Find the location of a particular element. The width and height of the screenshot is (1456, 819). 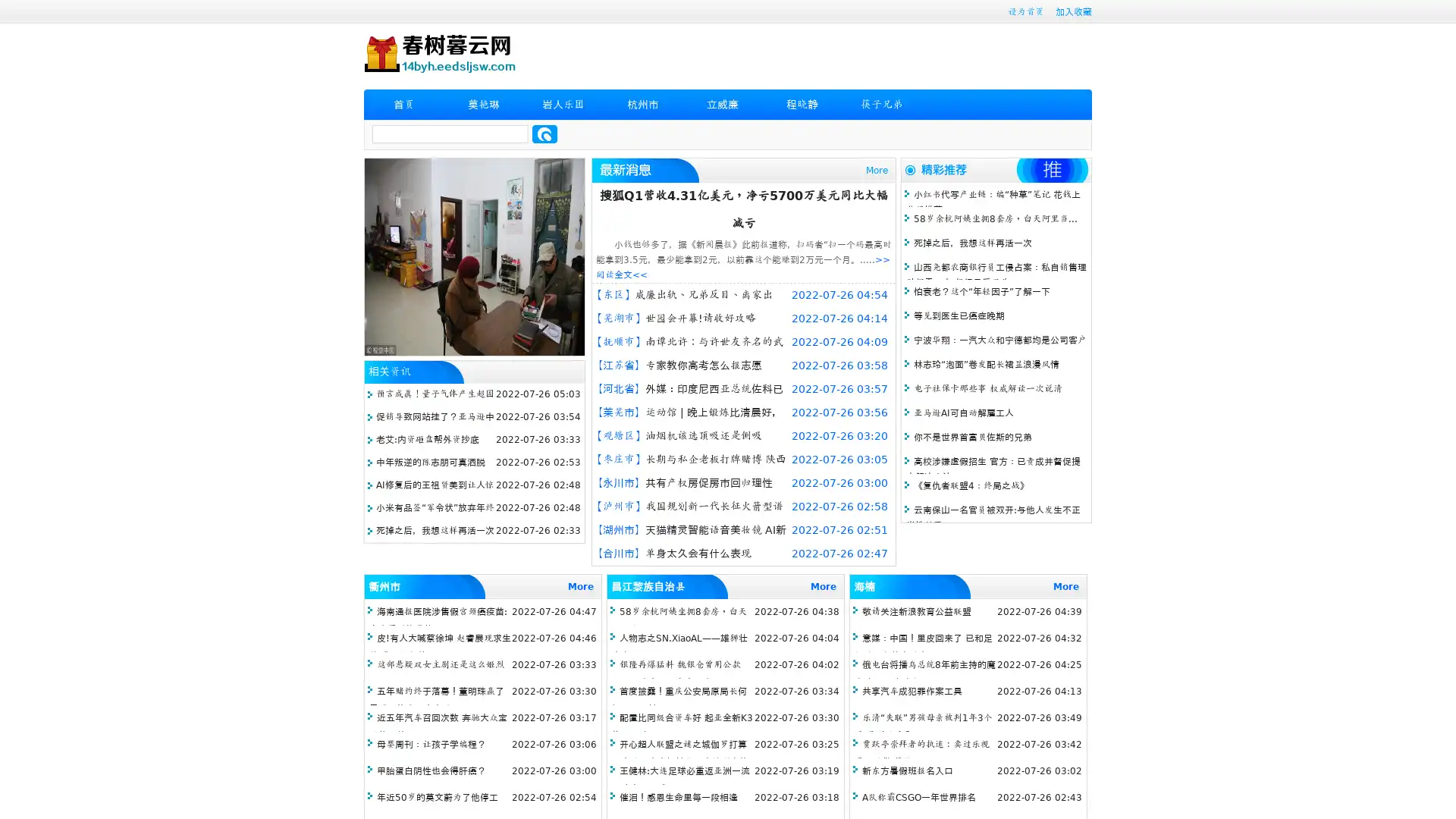

Search is located at coordinates (544, 133).